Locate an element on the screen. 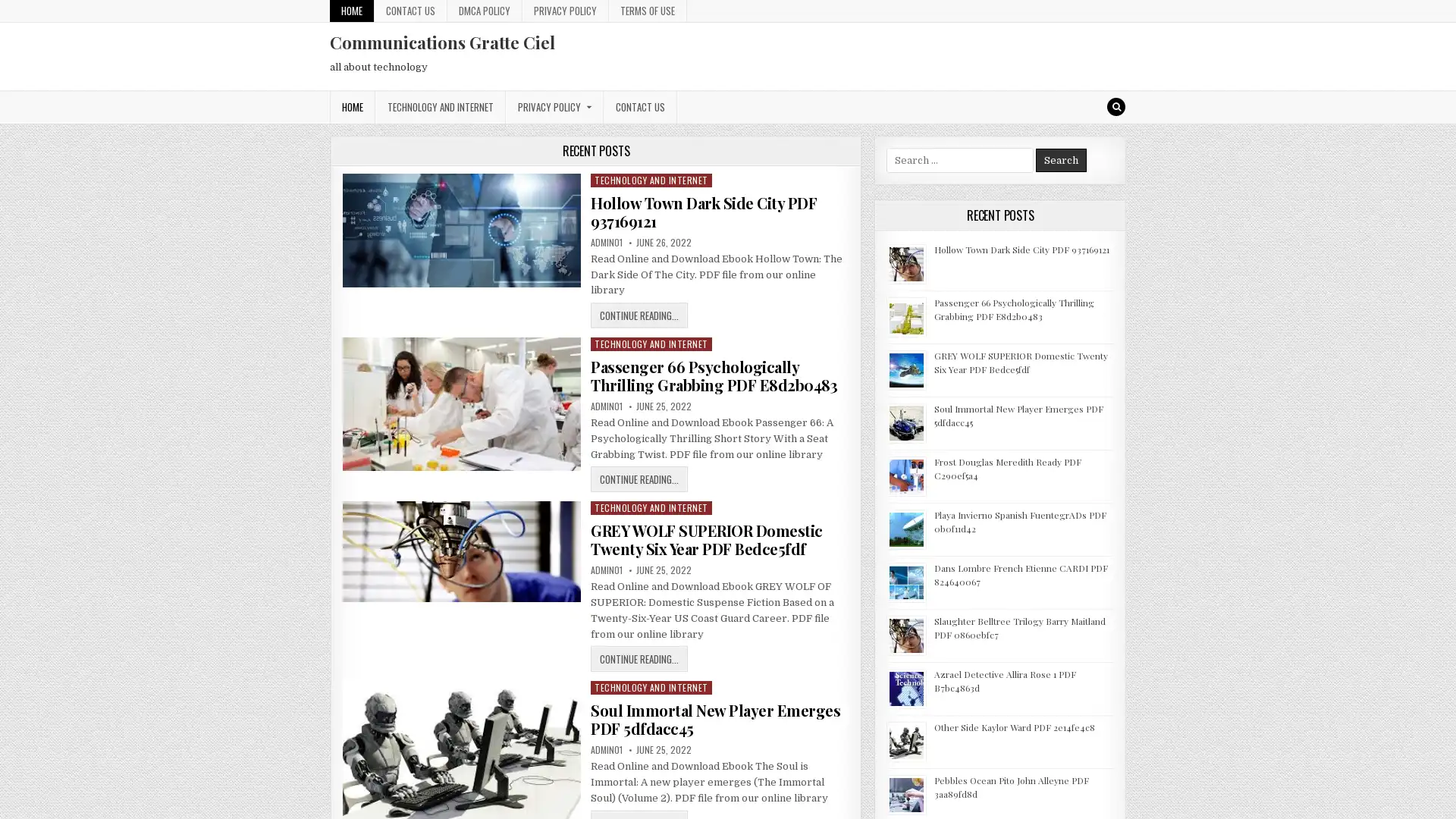 The image size is (1456, 819). Search is located at coordinates (1060, 160).